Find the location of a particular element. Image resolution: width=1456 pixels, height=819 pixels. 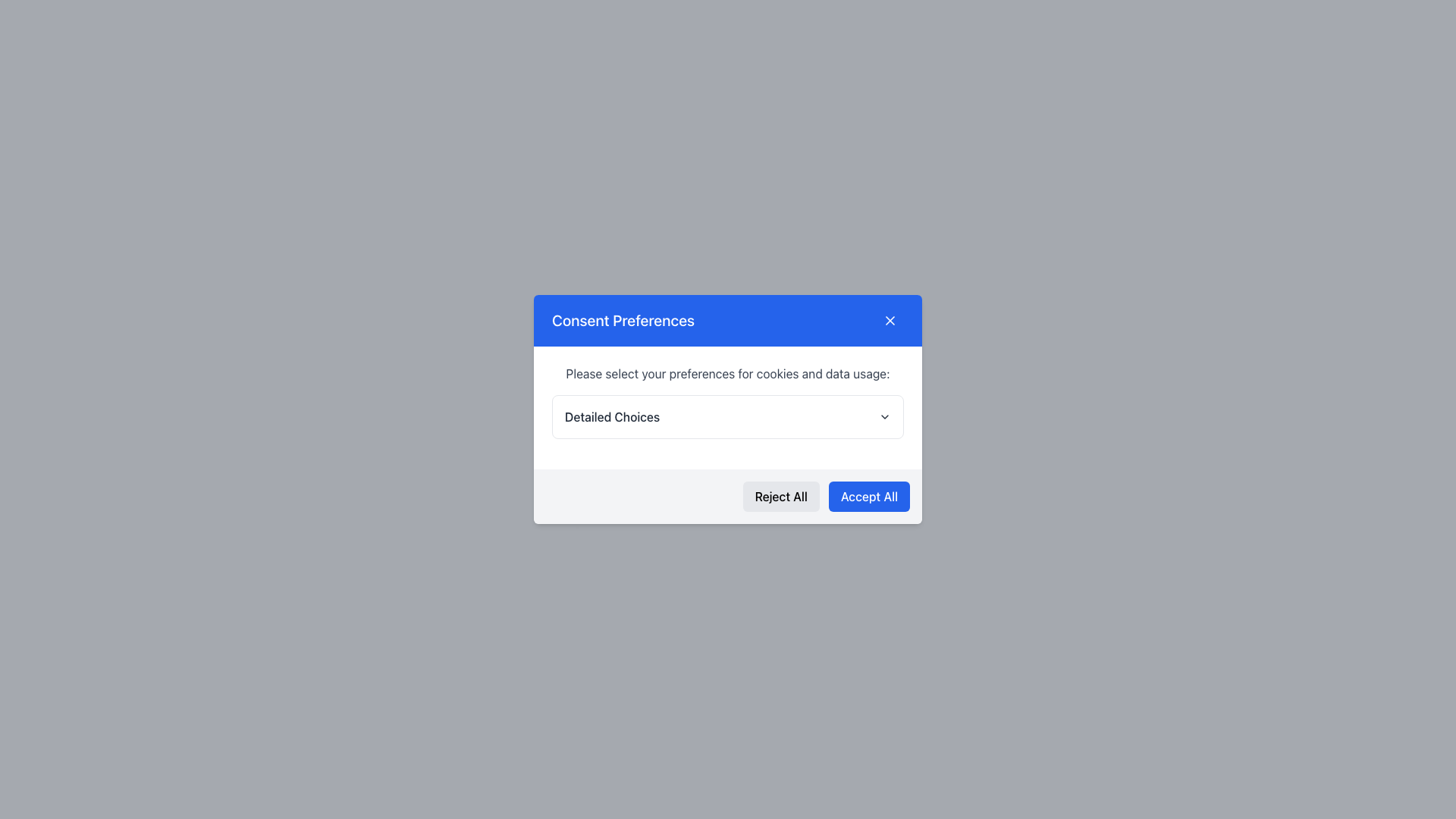

the toggle indicator icon located to the right of the 'Detailed Choices' text in the 'Consent Preferences' dialog box is located at coordinates (884, 417).